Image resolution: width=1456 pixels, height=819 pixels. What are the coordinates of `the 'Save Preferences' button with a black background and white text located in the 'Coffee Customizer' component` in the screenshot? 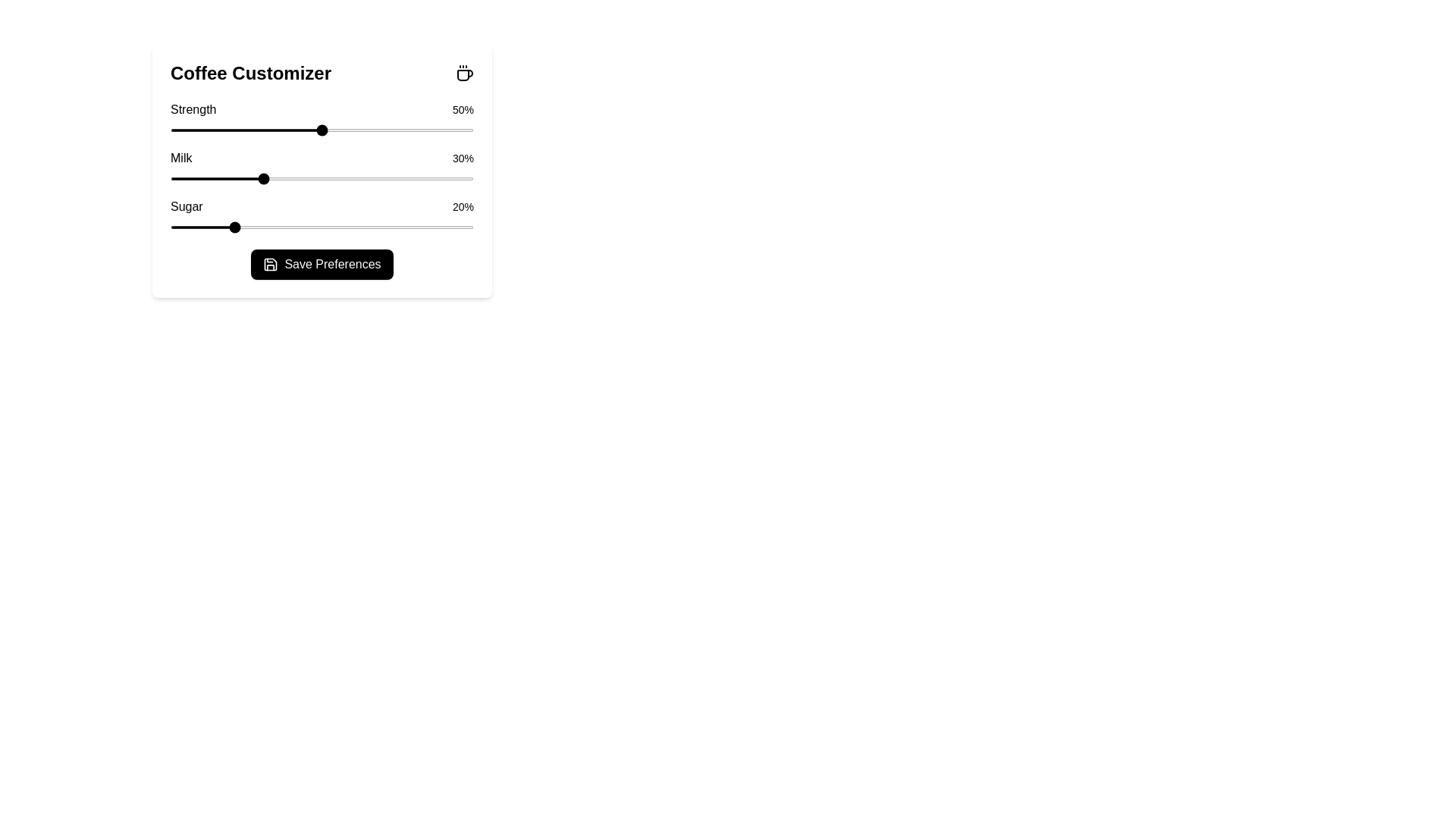 It's located at (322, 263).